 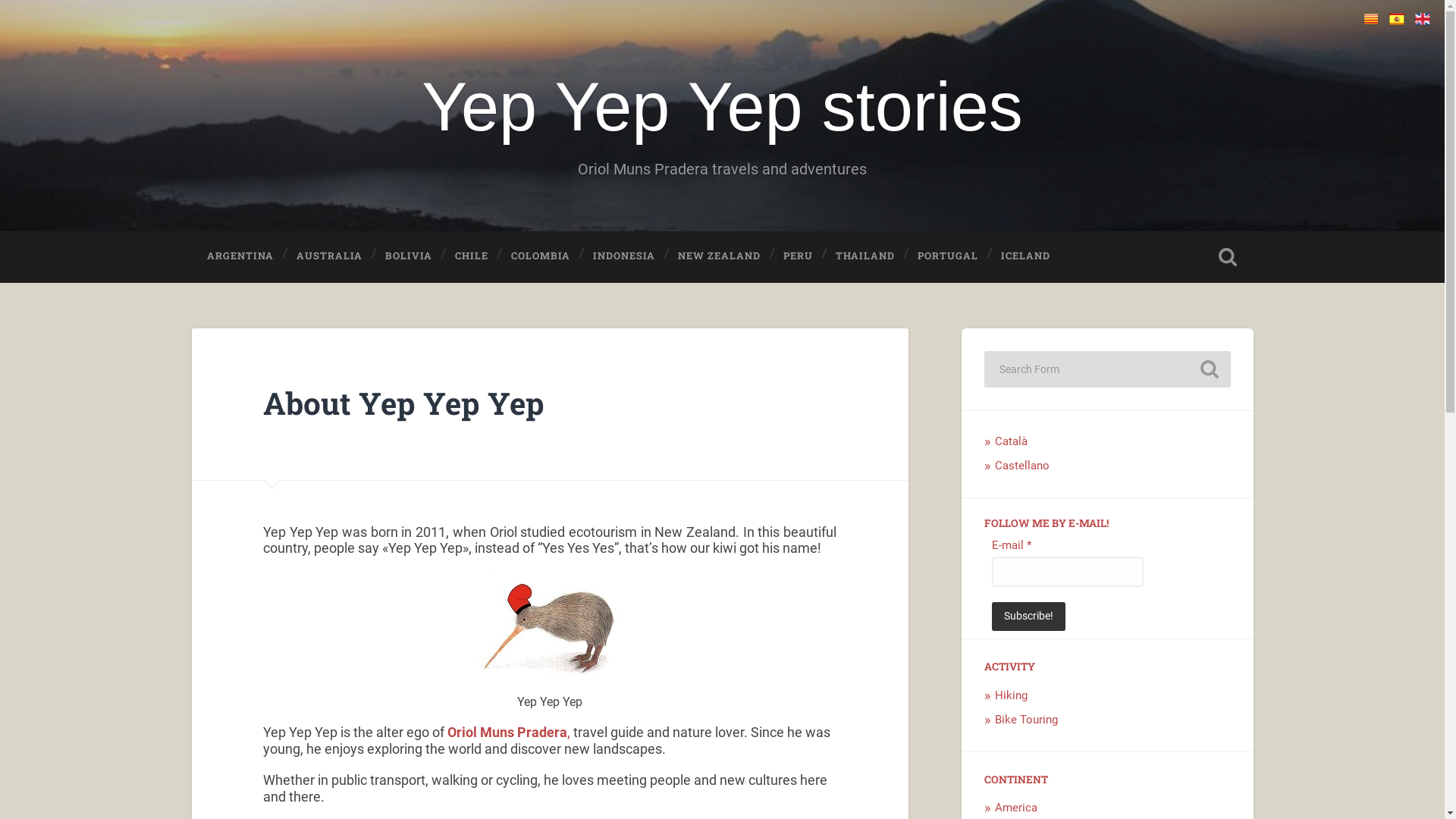 What do you see at coordinates (1015, 806) in the screenshot?
I see `'America'` at bounding box center [1015, 806].